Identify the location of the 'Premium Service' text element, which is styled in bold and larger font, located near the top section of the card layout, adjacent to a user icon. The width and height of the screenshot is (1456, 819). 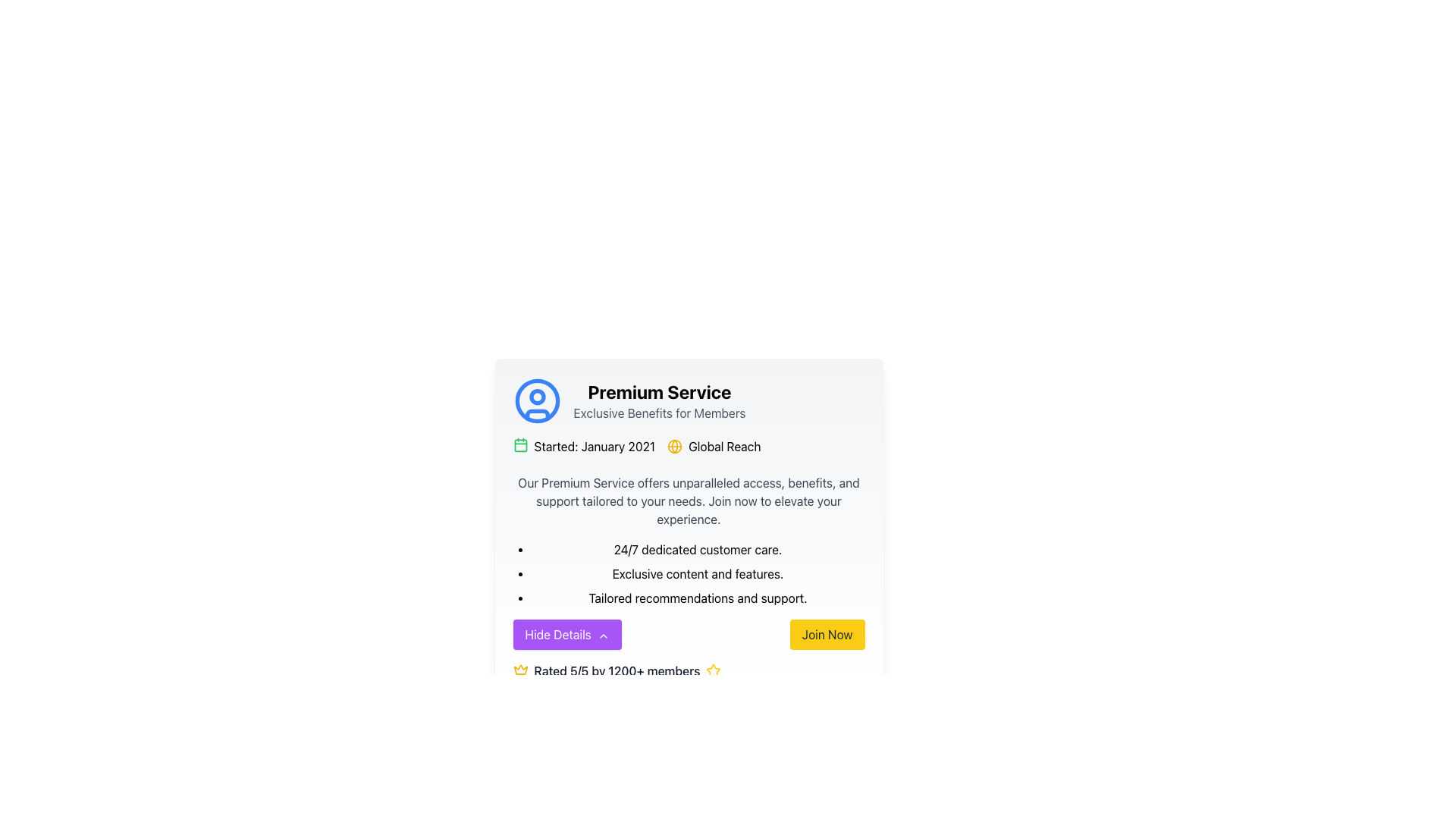
(659, 400).